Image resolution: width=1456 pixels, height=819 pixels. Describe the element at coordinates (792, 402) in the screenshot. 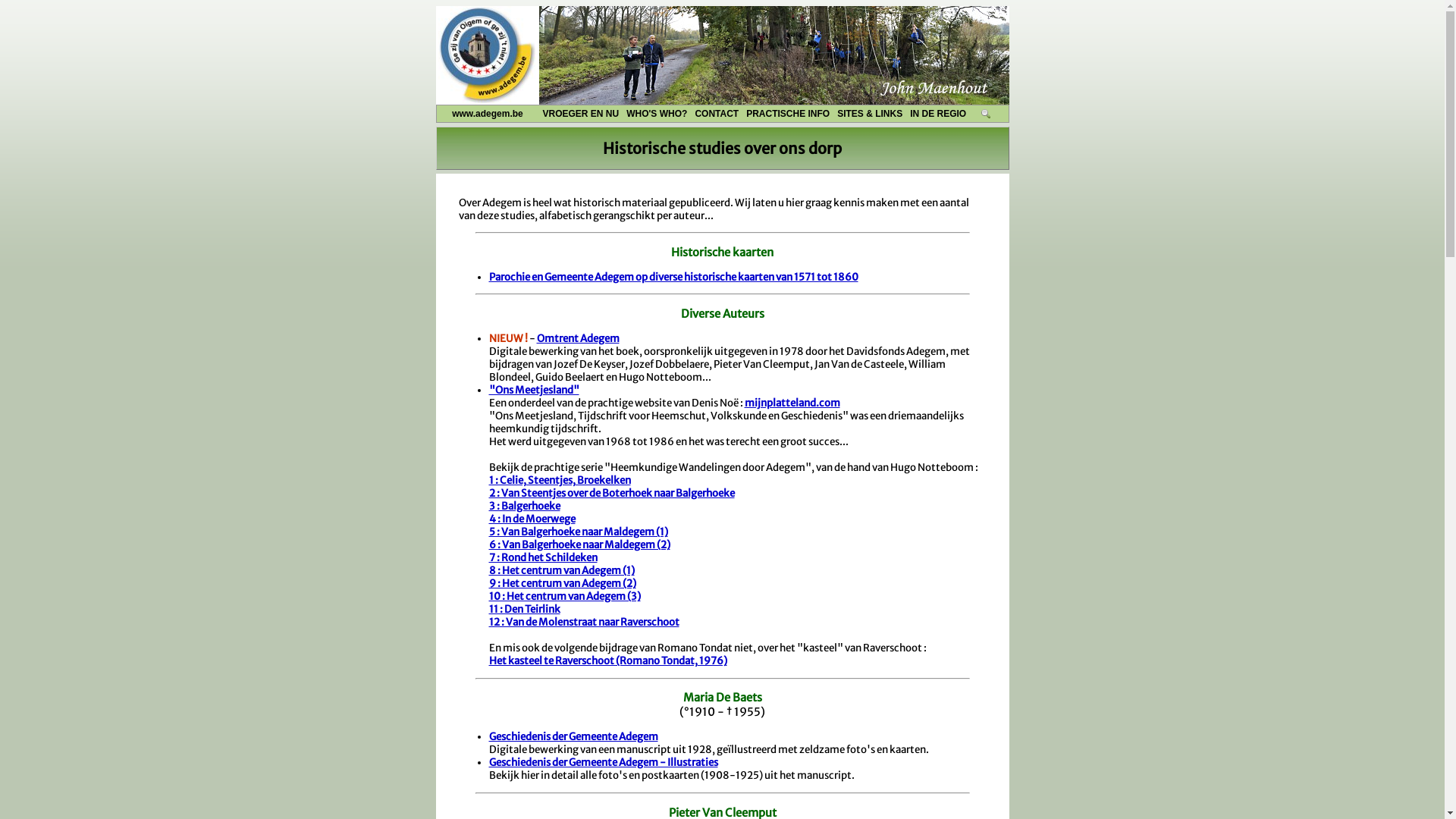

I see `'mijnplatteland.com'` at that location.